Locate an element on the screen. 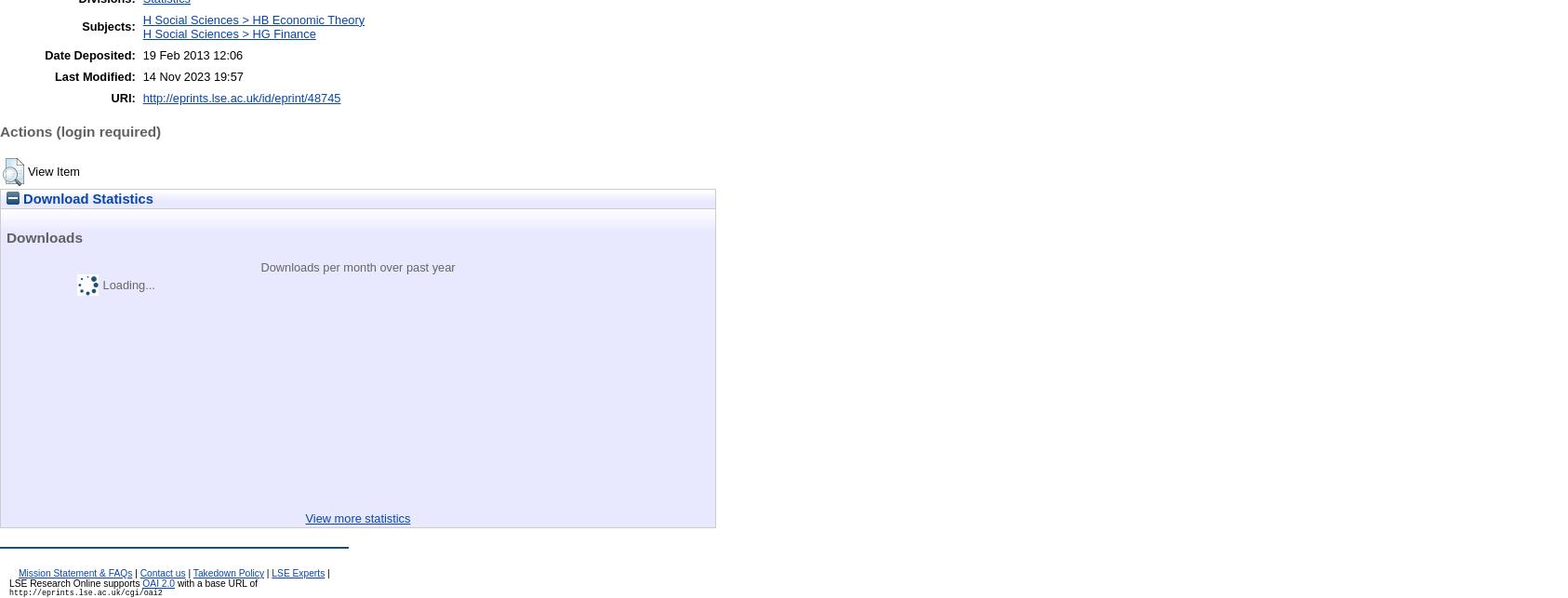  'URI:' is located at coordinates (110, 97).